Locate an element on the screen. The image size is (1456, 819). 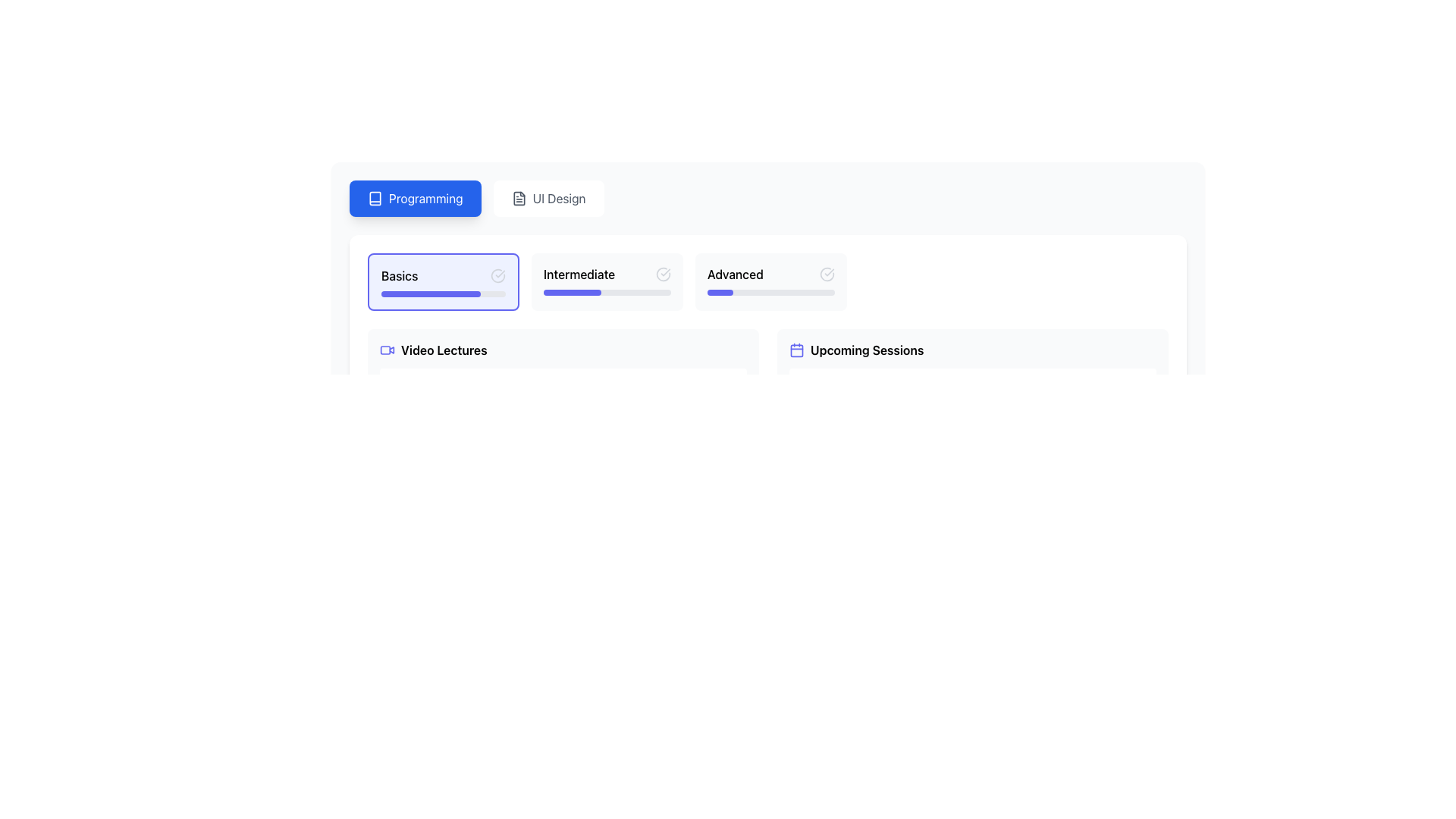
the progress status of the indigo progress indicator within the progress bar located under the 'Basics' heading is located at coordinates (430, 294).